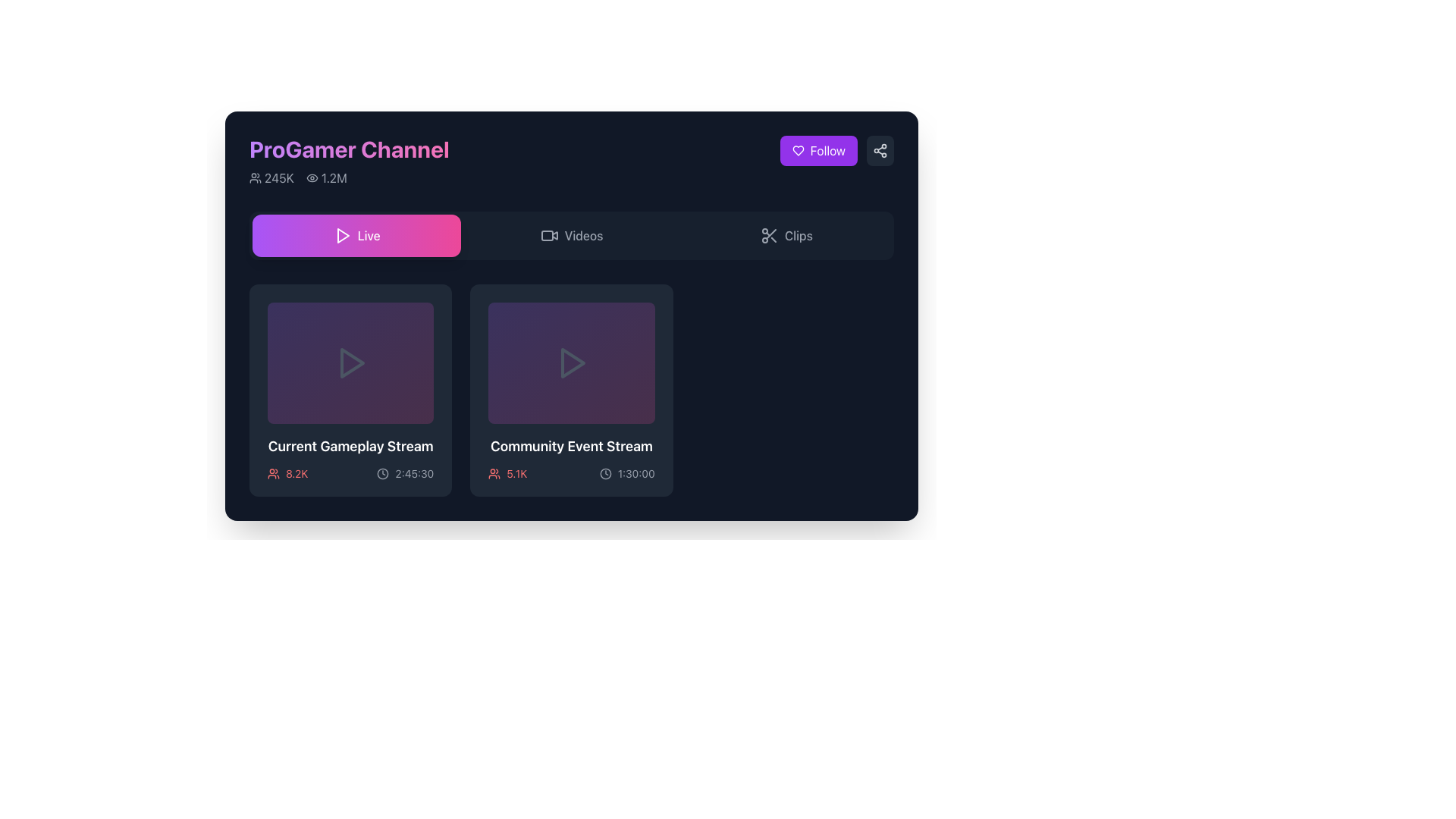 The image size is (1456, 819). What do you see at coordinates (786, 236) in the screenshot?
I see `the 'Clips' button located in the rightmost section of the horizontal navigation bar, which follows the 'Videos' button` at bounding box center [786, 236].